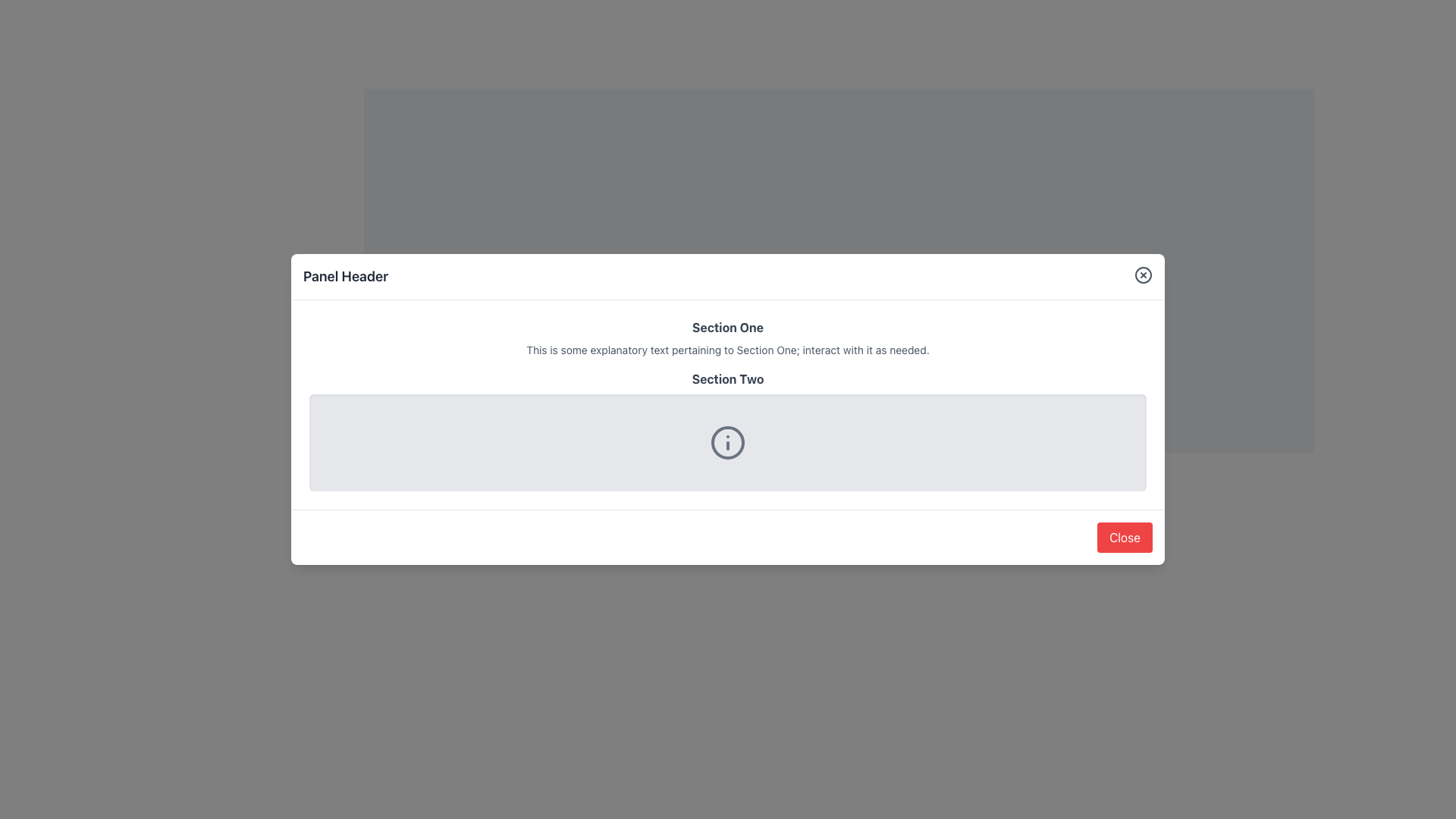 The image size is (1456, 819). I want to click on the informational icon, which is a circular gray icon with the letter 'i' in the center, located under the heading 'Section Two', so click(728, 442).